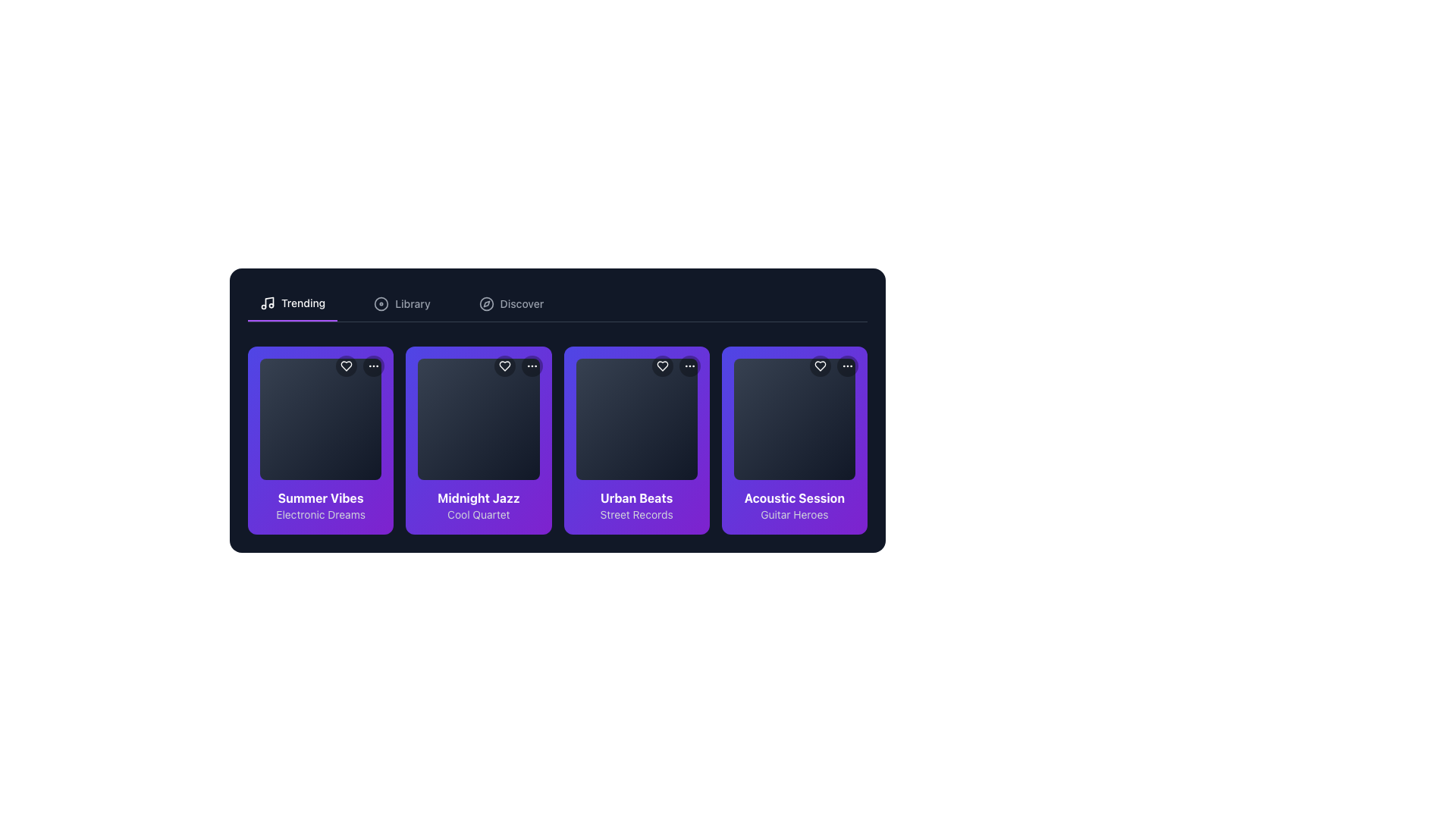 The height and width of the screenshot is (819, 1456). I want to click on the 'like' or 'favorite' icon in the top-right corner of the 'Midnight Jazz' card, so click(504, 366).